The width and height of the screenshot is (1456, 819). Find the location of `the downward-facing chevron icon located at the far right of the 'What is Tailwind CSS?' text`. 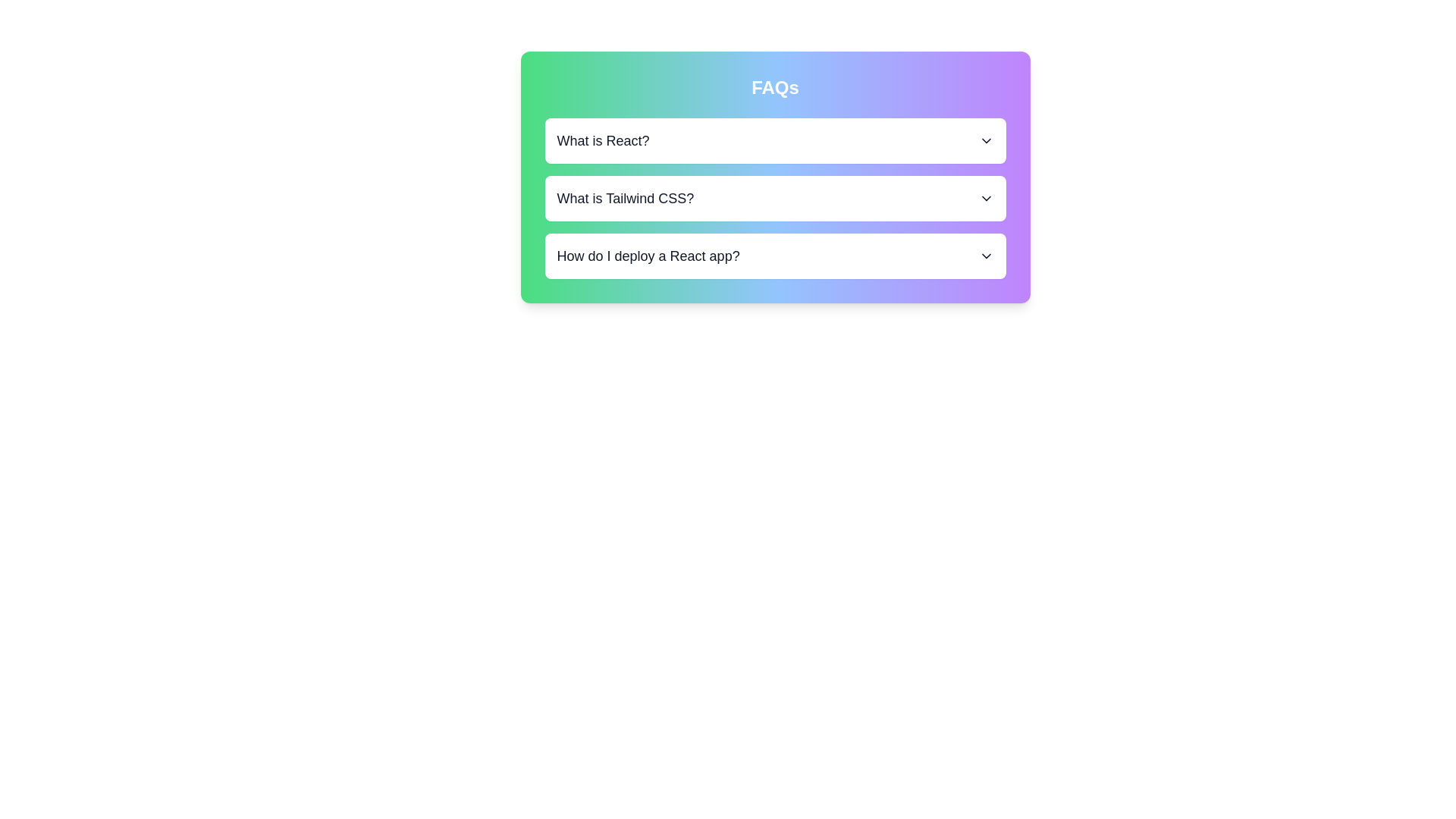

the downward-facing chevron icon located at the far right of the 'What is Tailwind CSS?' text is located at coordinates (986, 198).